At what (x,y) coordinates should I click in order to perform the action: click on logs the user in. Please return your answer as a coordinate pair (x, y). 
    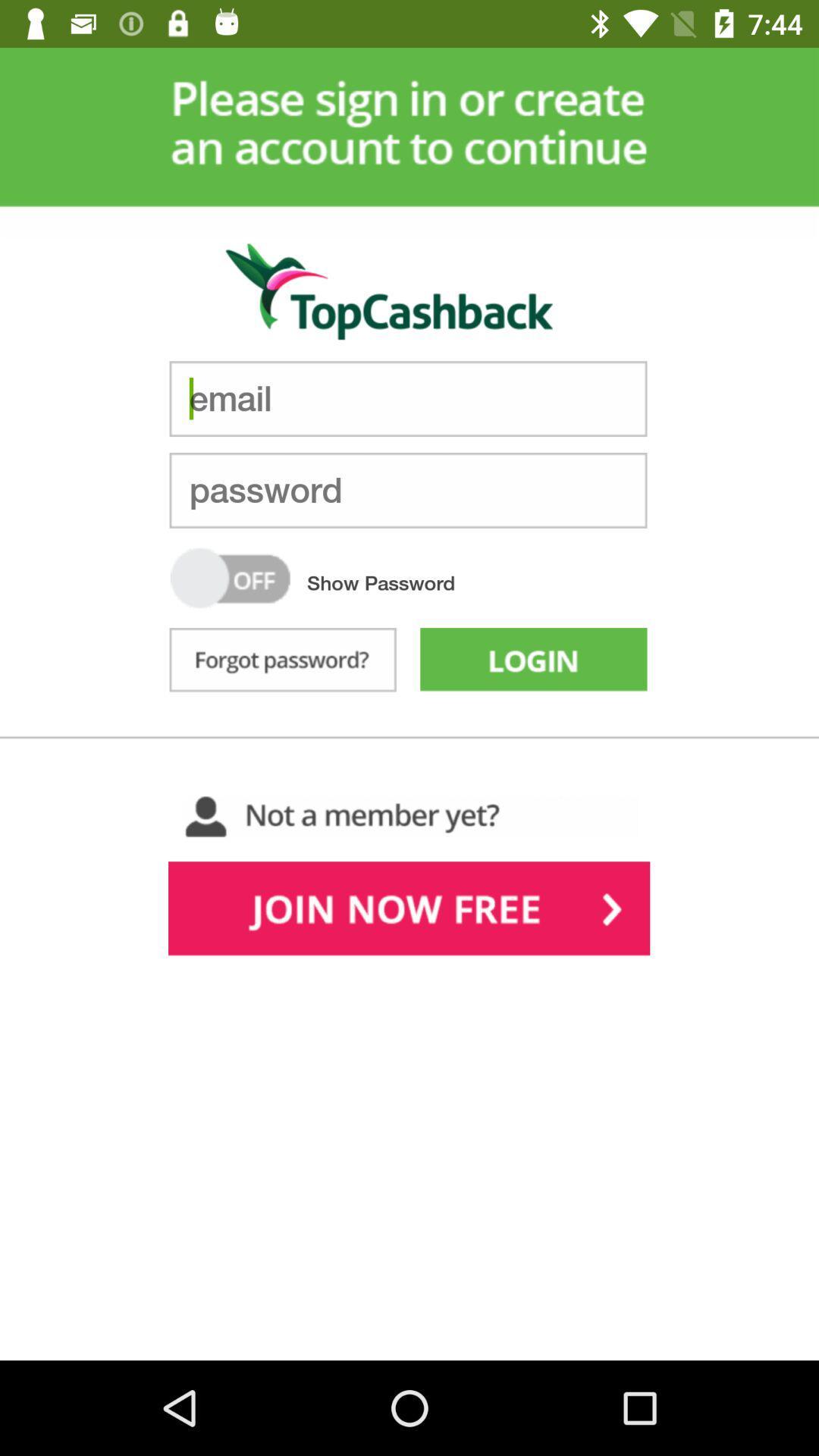
    Looking at the image, I should click on (532, 663).